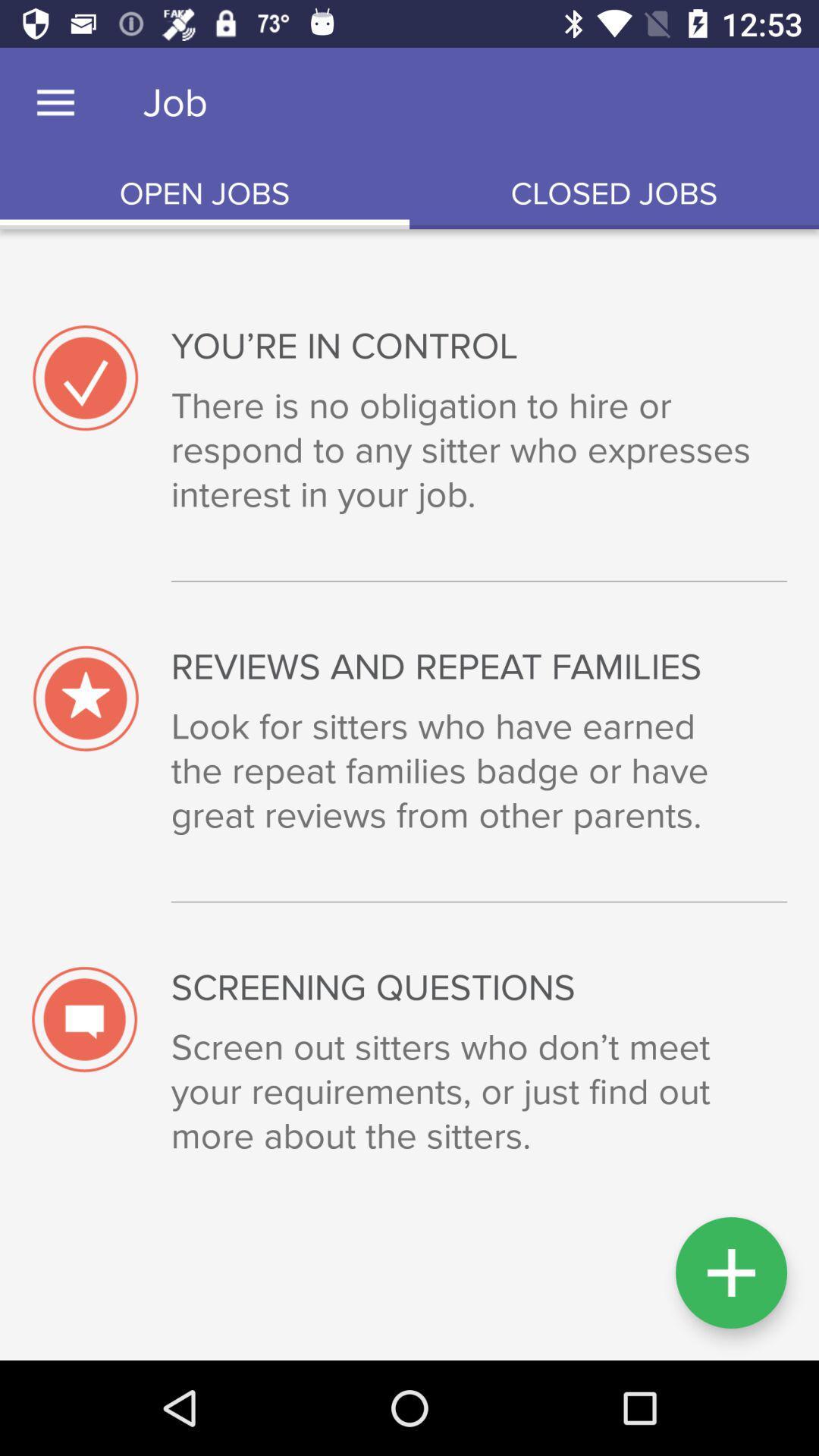  I want to click on item at the top right corner, so click(614, 193).